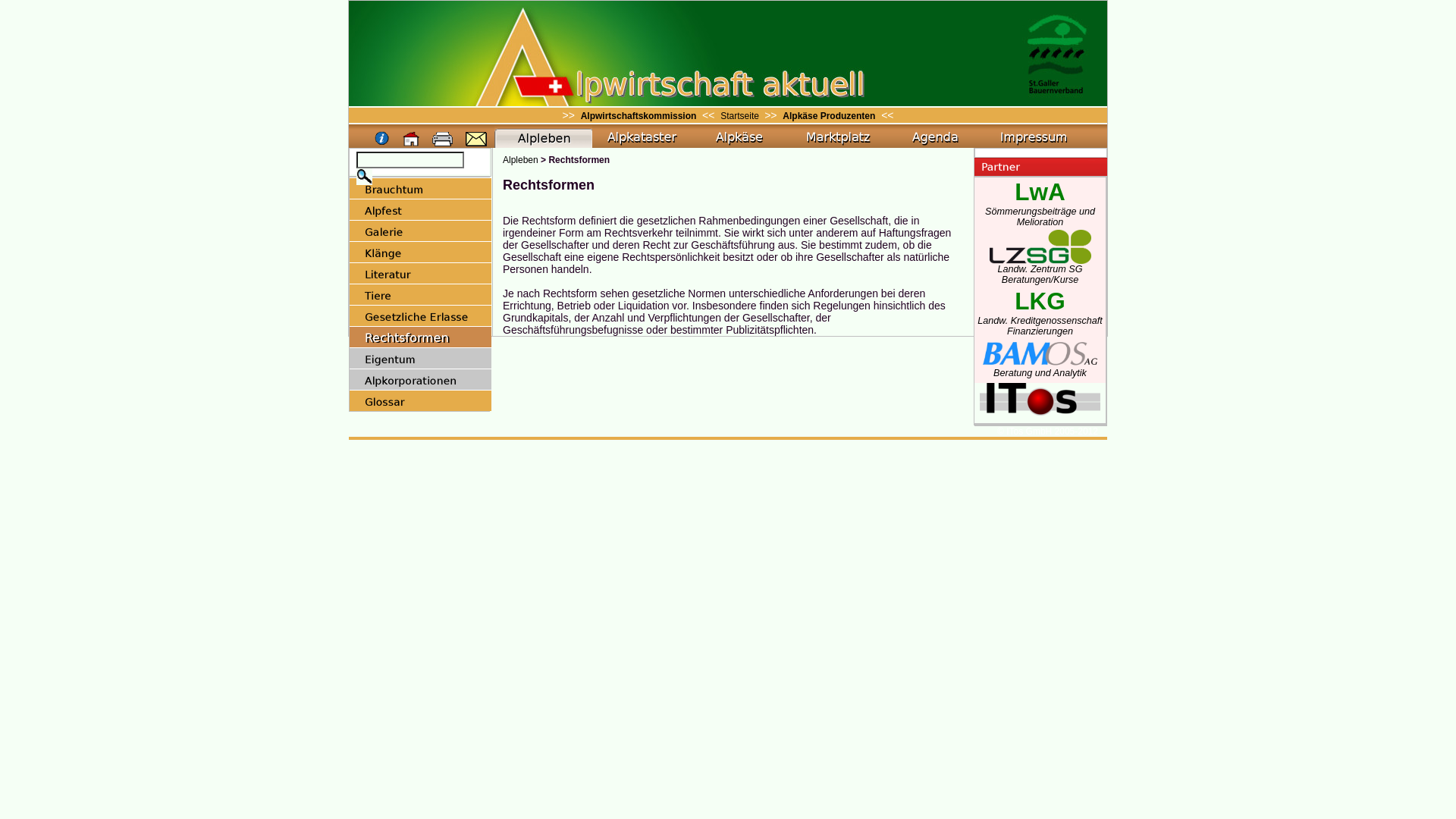  I want to click on 'Alpleben', so click(502, 160).